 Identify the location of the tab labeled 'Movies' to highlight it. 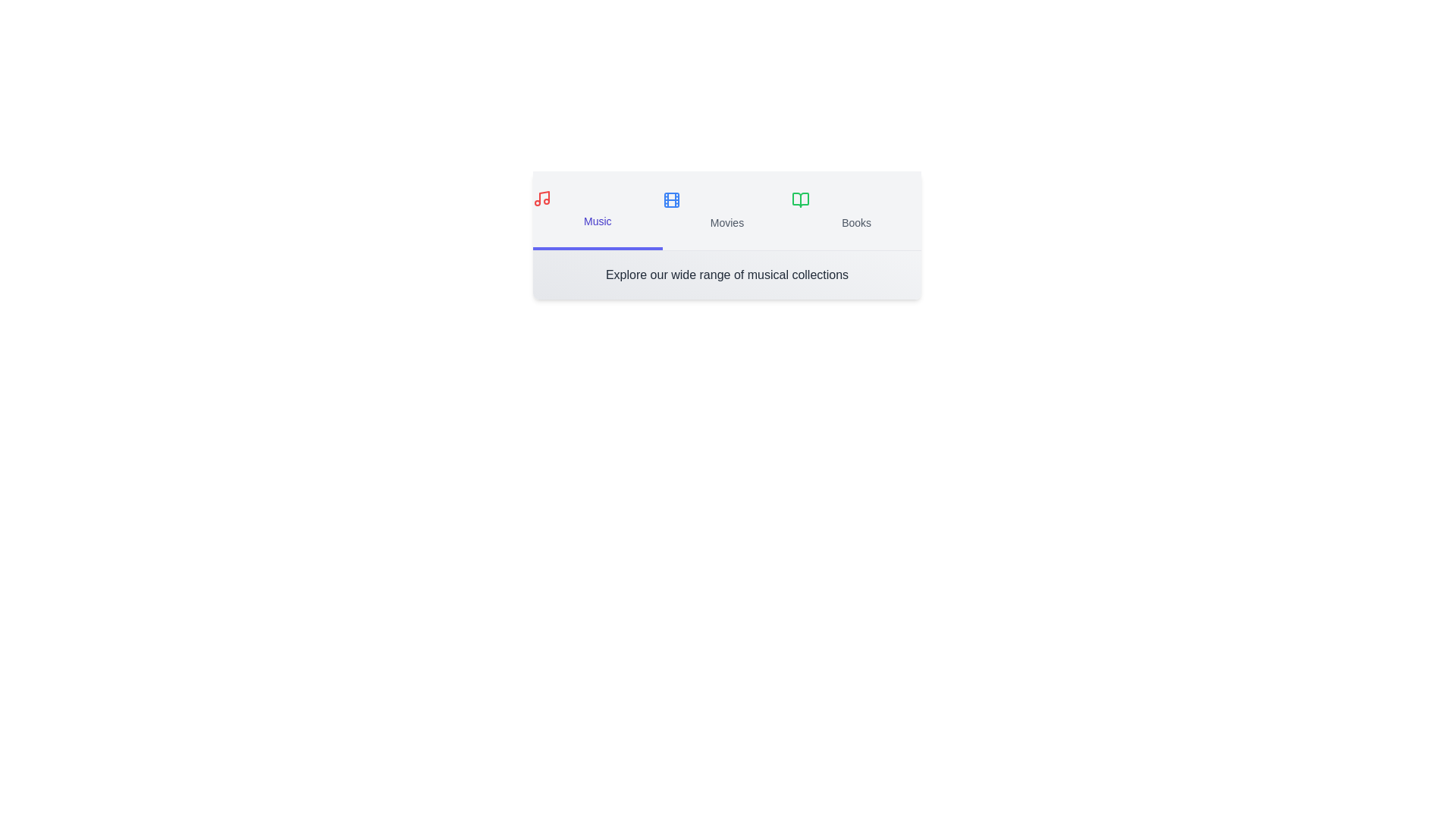
(726, 210).